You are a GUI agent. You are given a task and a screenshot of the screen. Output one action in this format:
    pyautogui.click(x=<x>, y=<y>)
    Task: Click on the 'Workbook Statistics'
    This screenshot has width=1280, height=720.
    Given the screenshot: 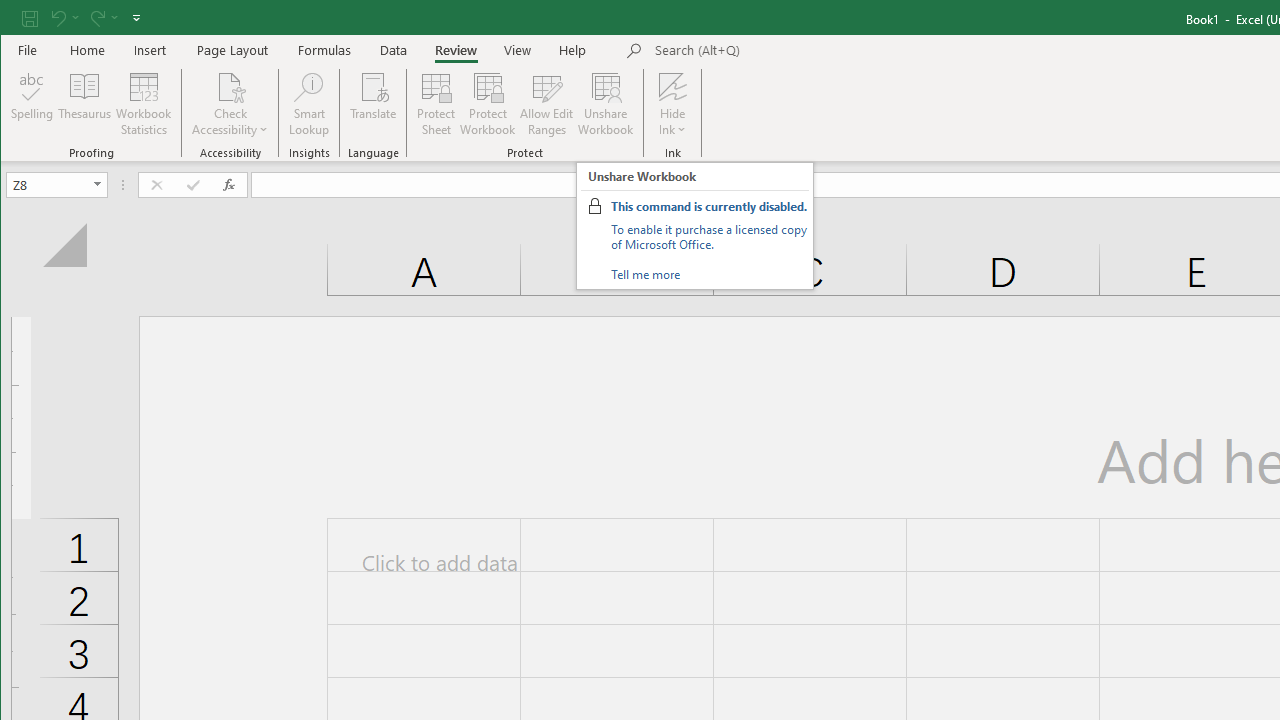 What is the action you would take?
    pyautogui.click(x=143, y=104)
    